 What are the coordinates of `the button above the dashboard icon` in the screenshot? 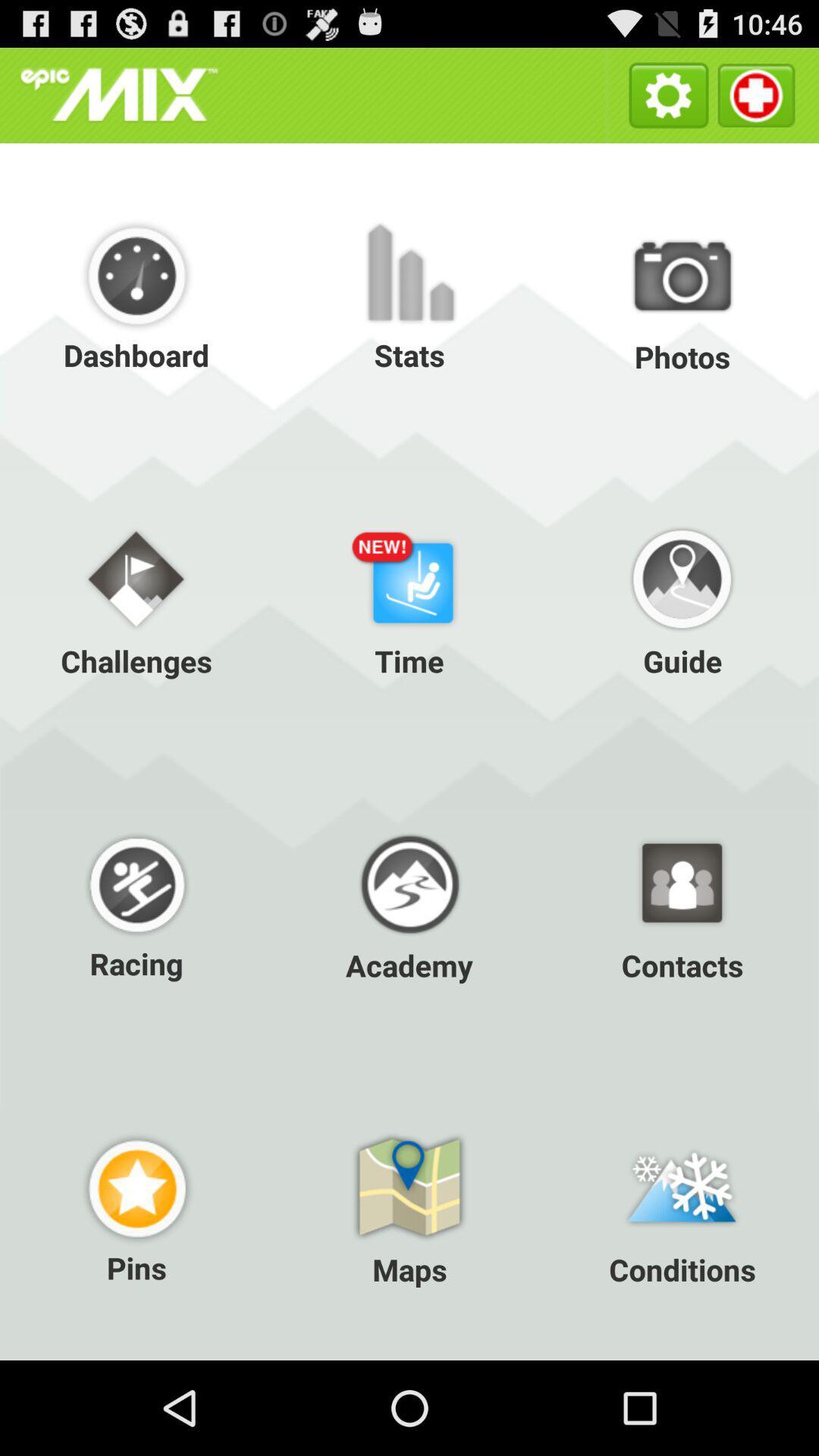 It's located at (118, 94).